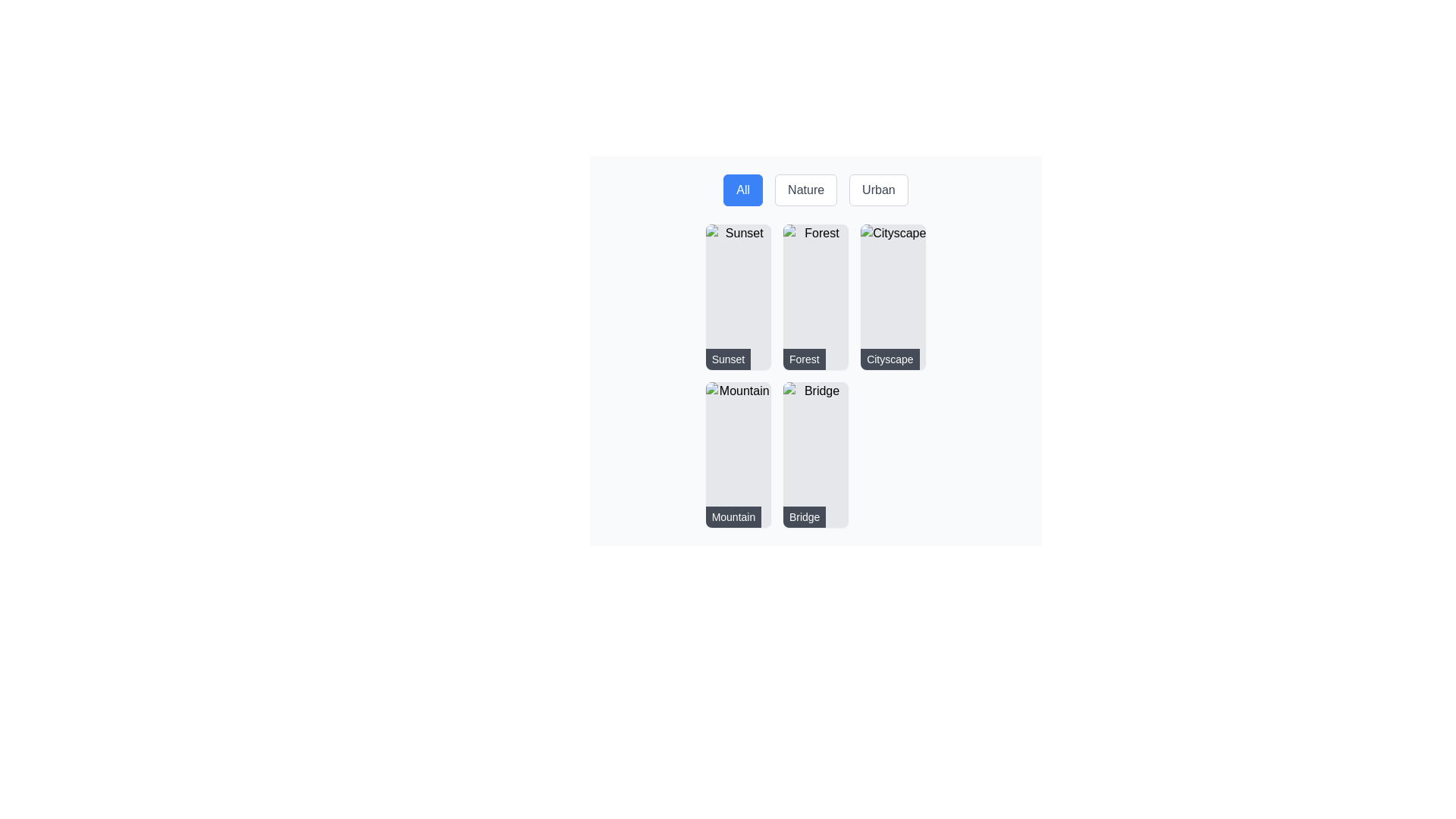 Image resolution: width=1456 pixels, height=819 pixels. I want to click on the 'Sunset' selectable card located in the top-left corner of the grid within the 'All' tab, so click(738, 297).